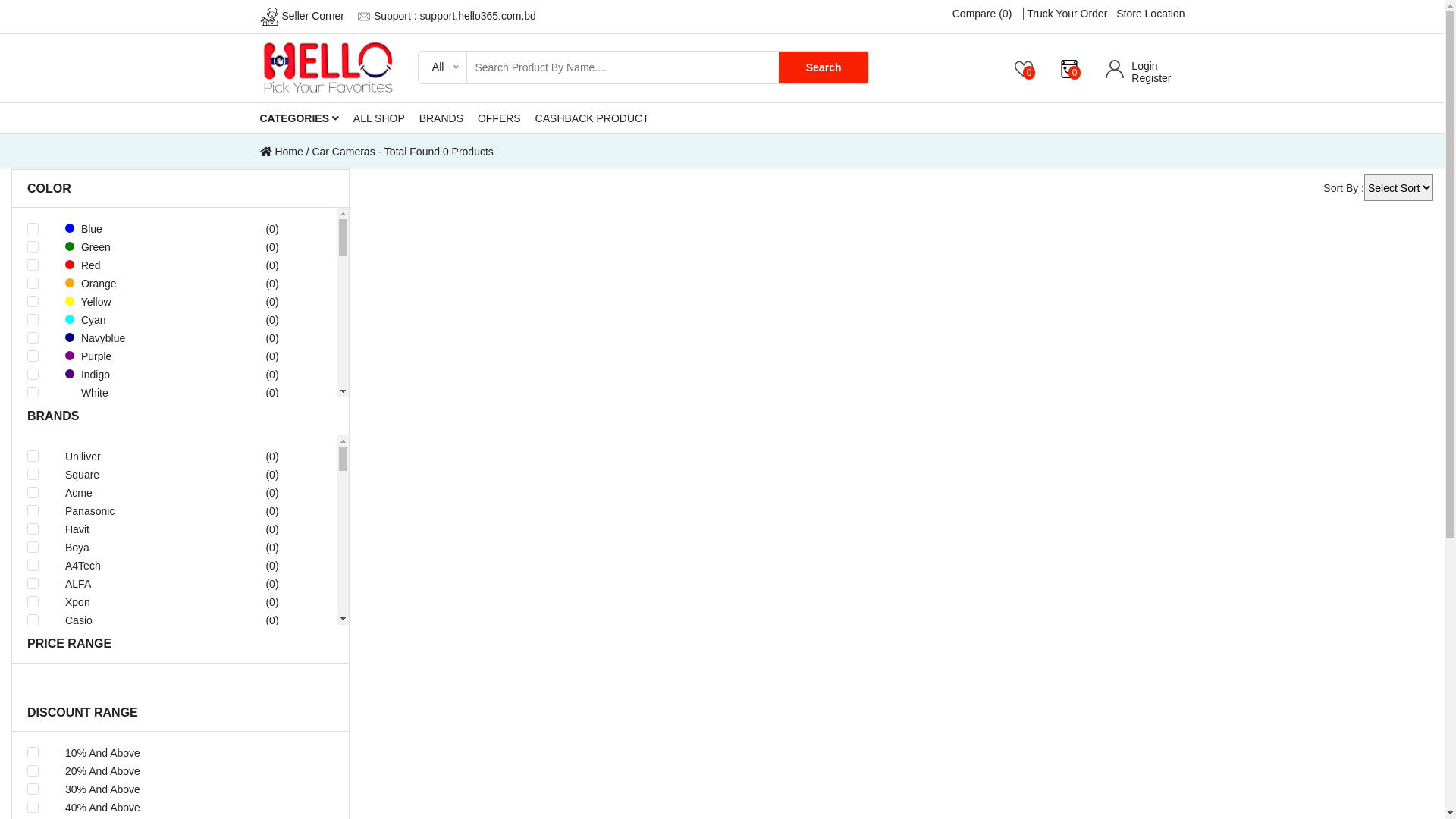 The width and height of the screenshot is (1456, 819). Describe the element at coordinates (505, 117) in the screenshot. I see `'OFFERS'` at that location.